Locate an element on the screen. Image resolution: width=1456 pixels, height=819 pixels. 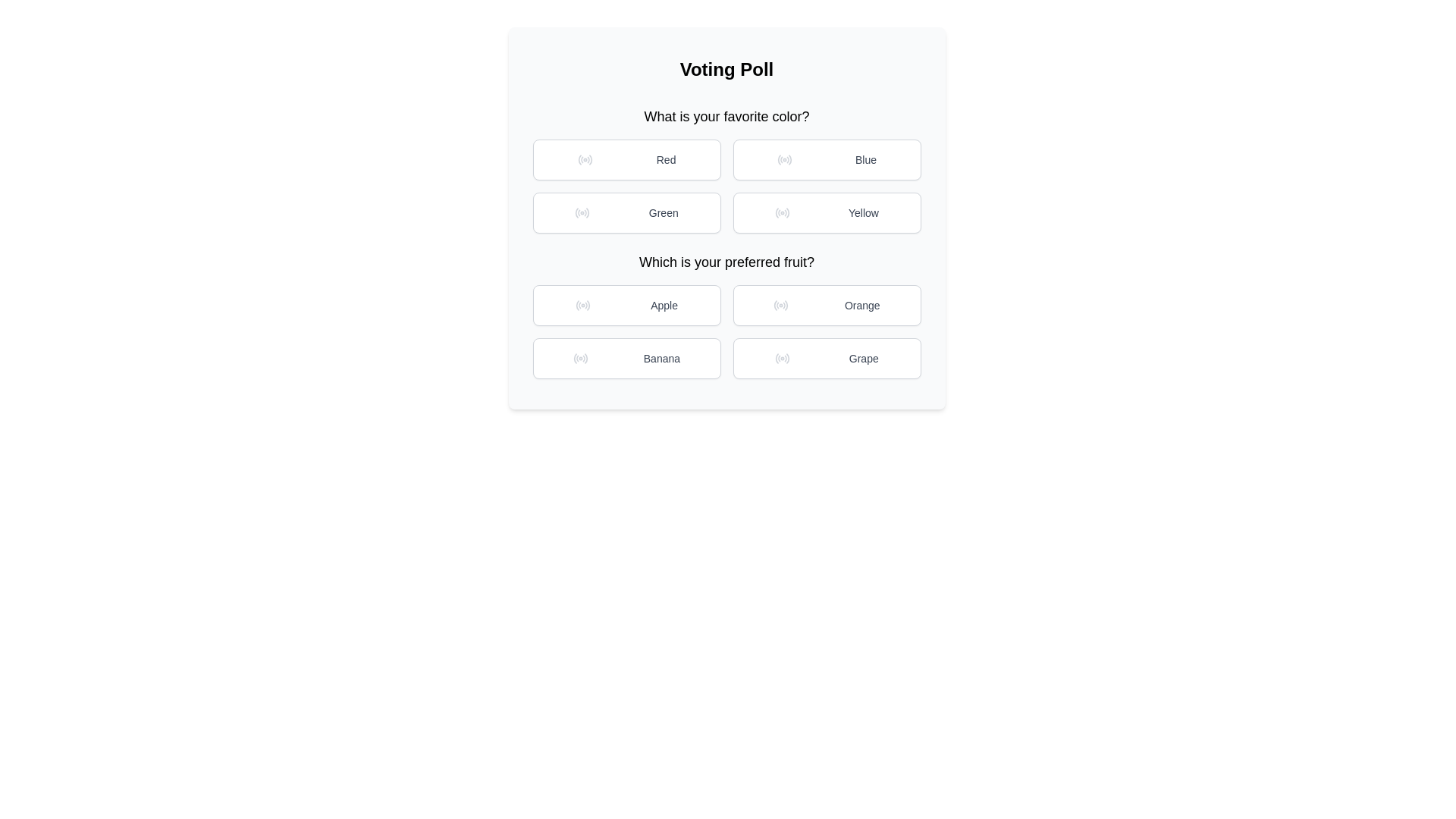
the button labeled 'Orange' with a white background and gray border is located at coordinates (826, 305).